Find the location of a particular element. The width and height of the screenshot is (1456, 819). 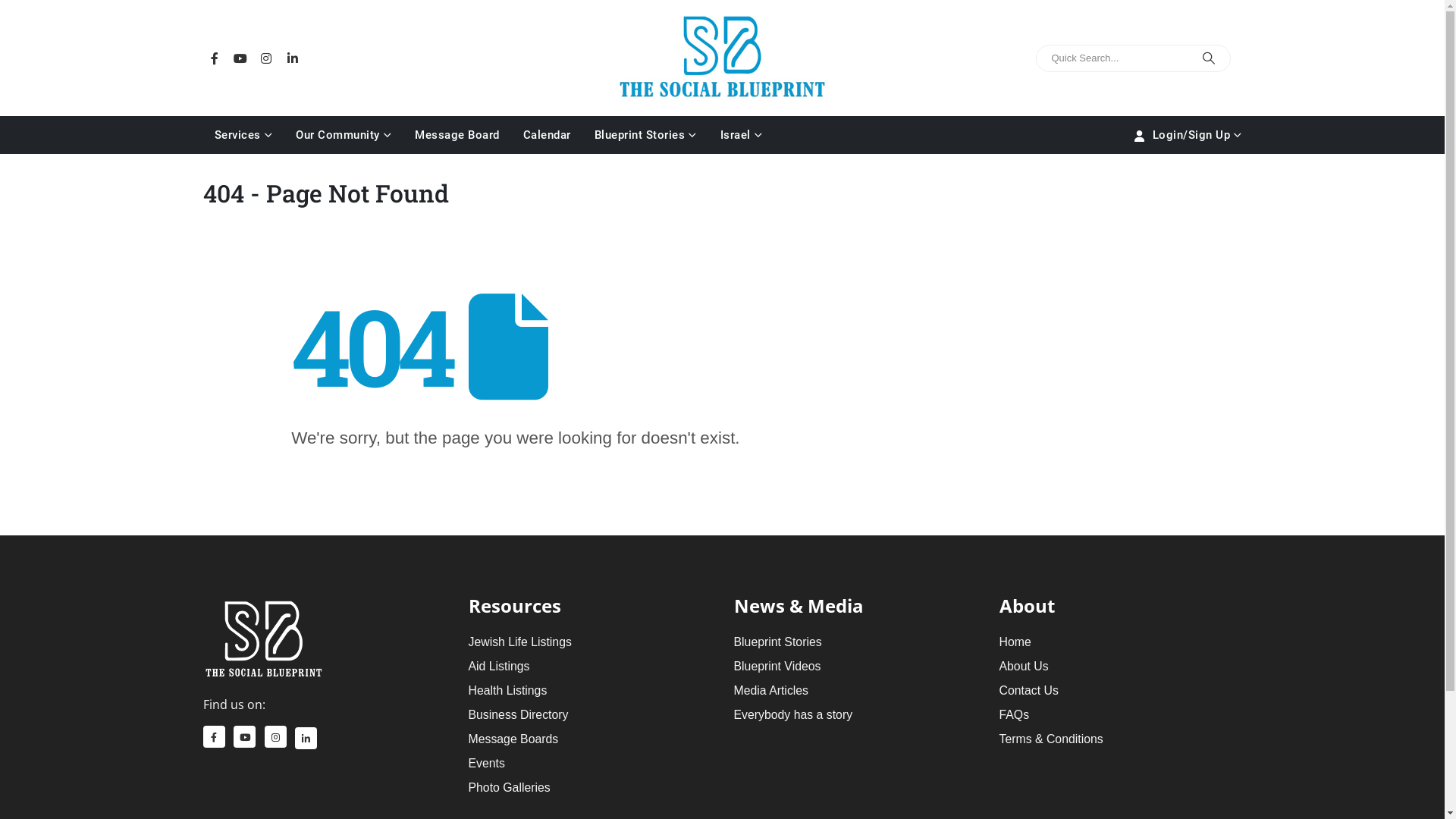

'Message Board' is located at coordinates (457, 133).